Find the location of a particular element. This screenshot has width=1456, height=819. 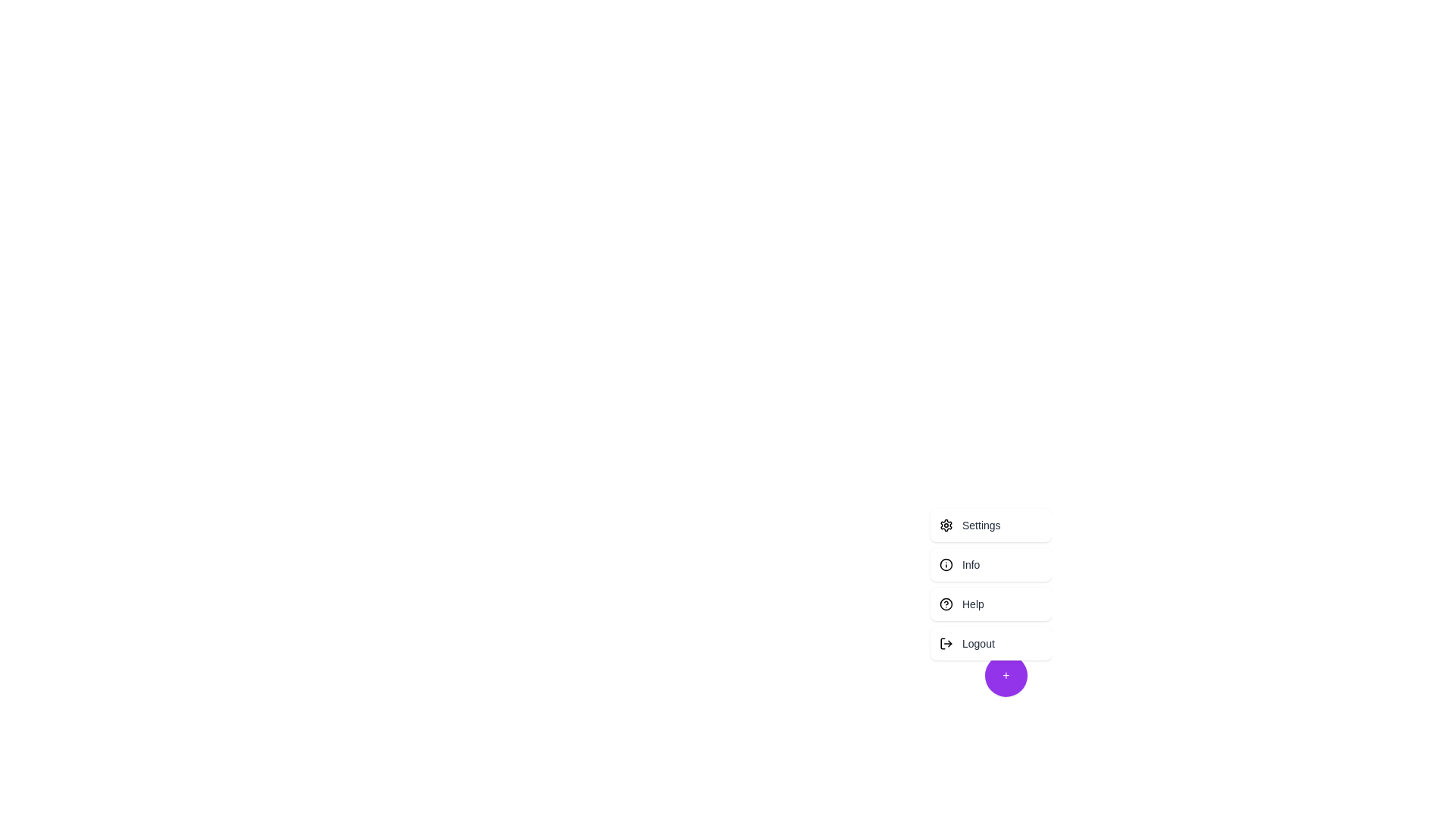

floating action button to toggle the menu visibility is located at coordinates (1006, 675).